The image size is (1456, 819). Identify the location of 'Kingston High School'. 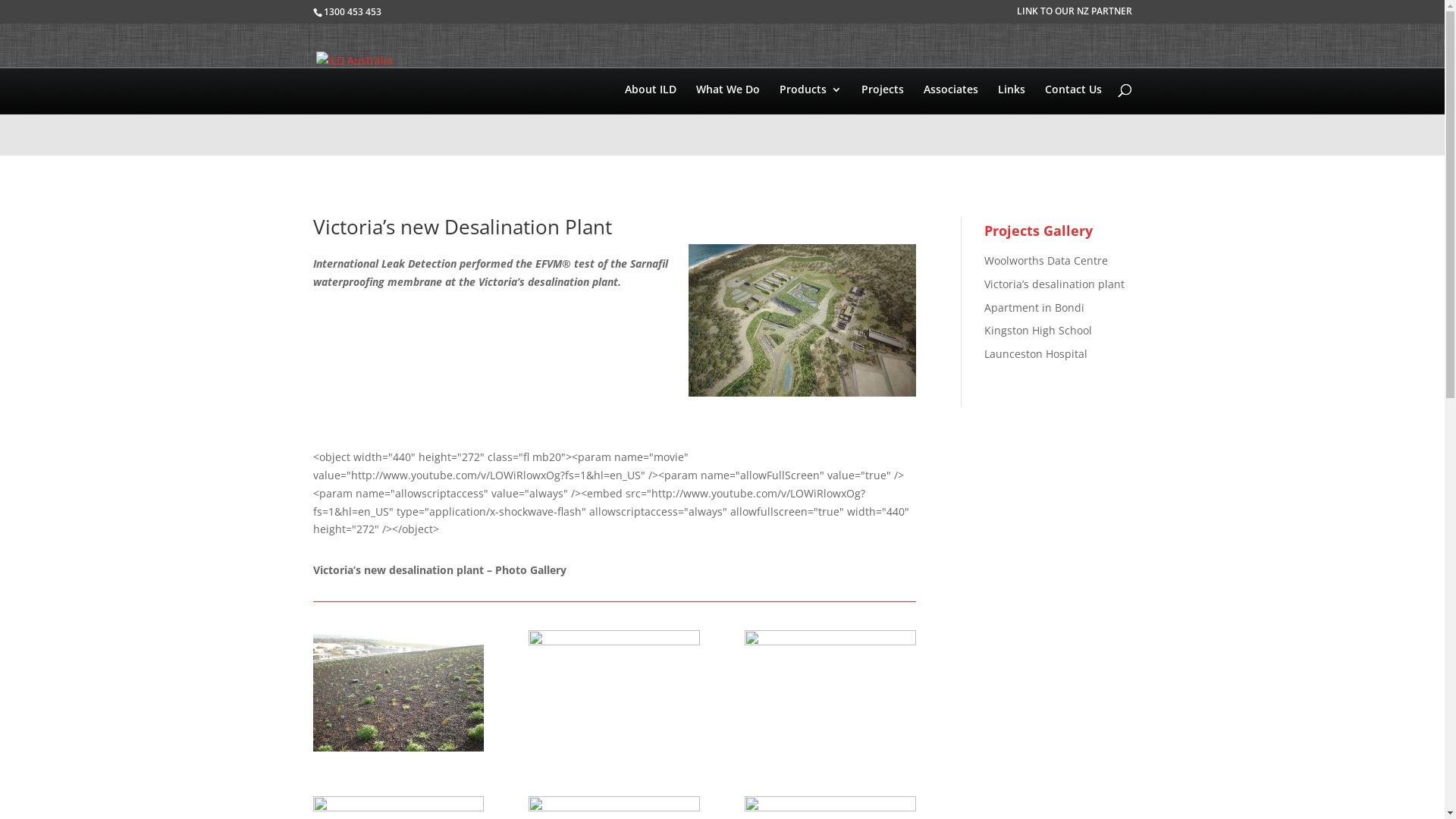
(1037, 329).